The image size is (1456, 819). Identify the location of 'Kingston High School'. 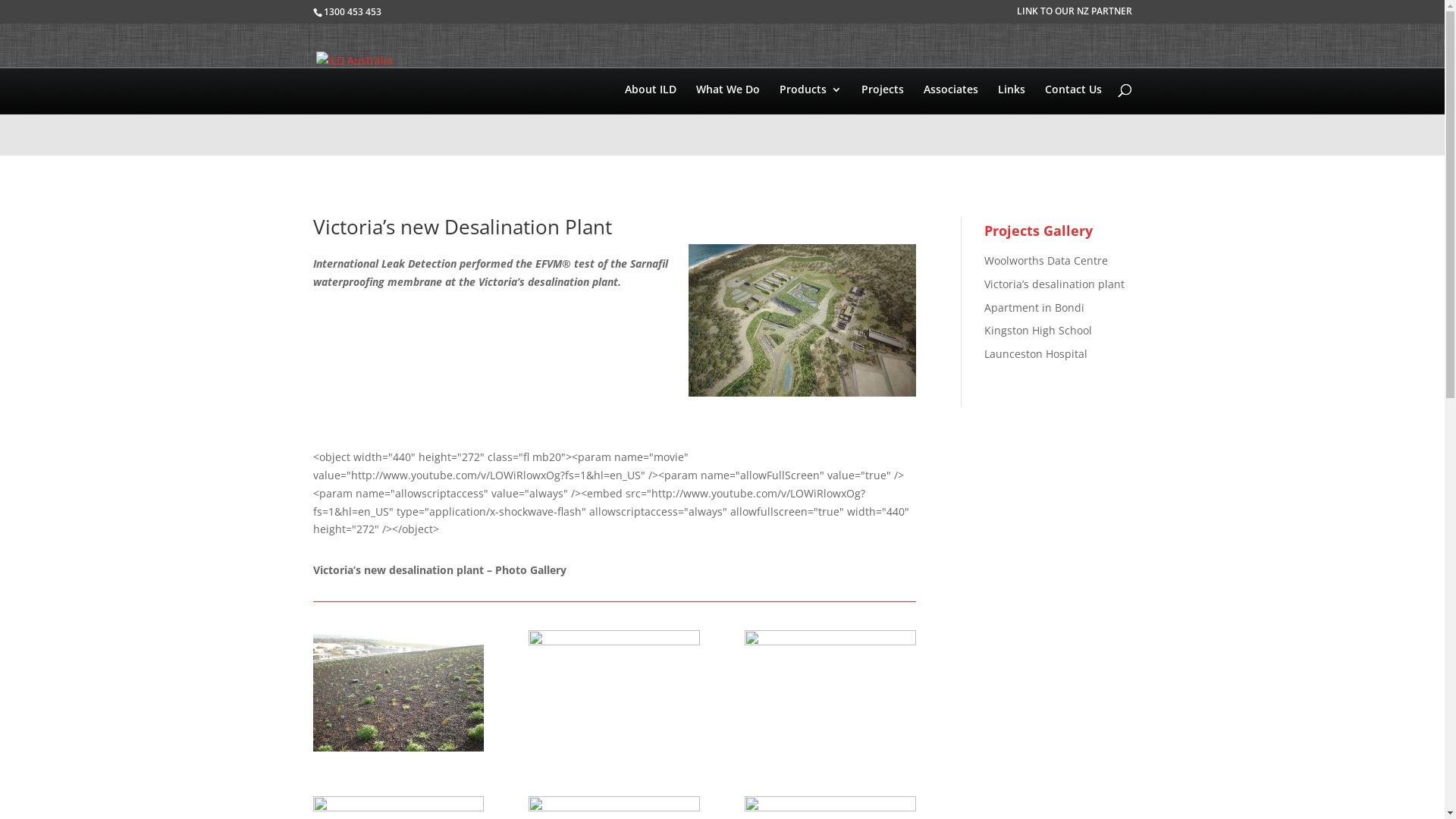
(1037, 329).